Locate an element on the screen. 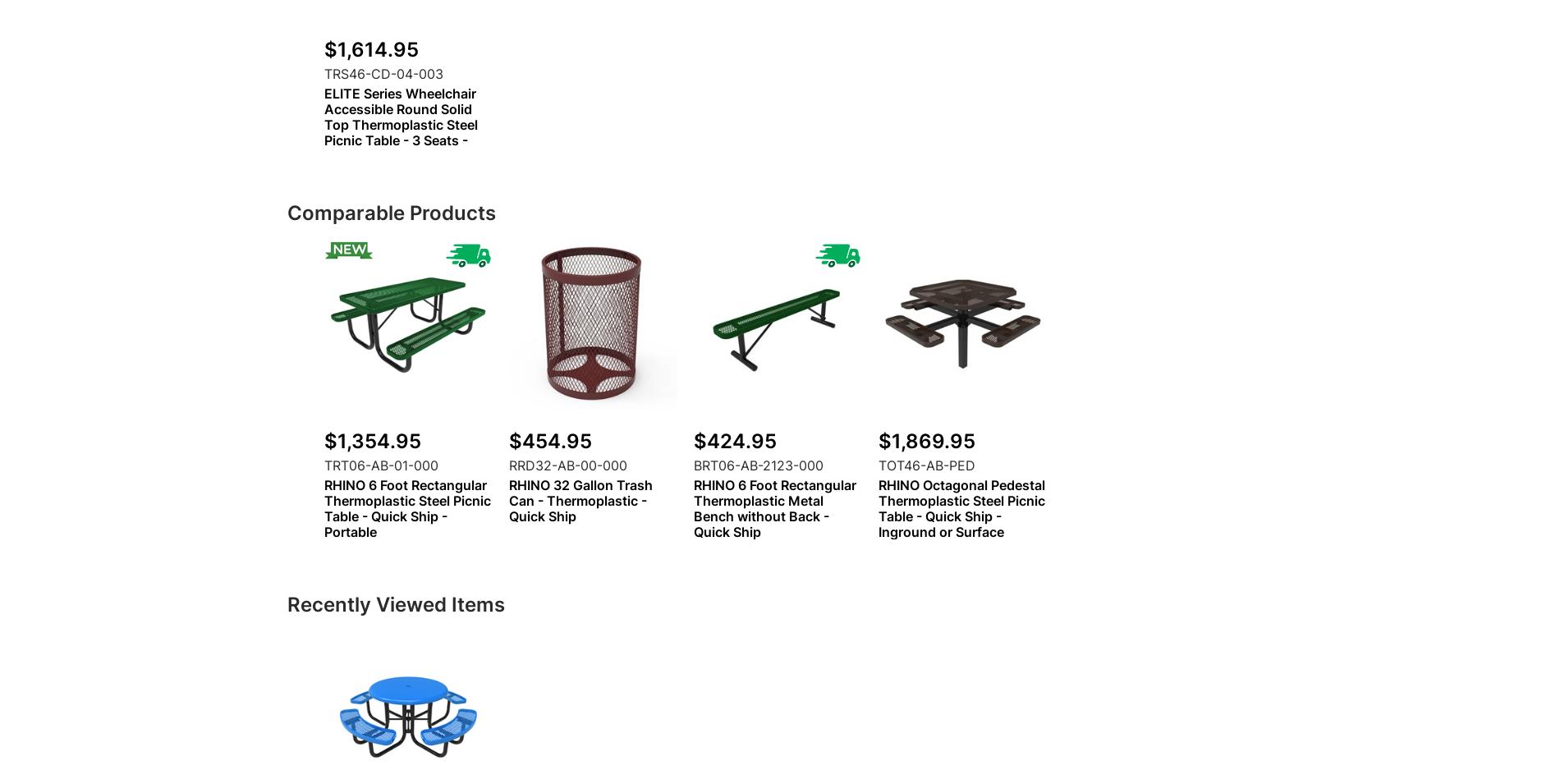 This screenshot has width=1560, height=784. 'ELITE Series Wheelchair Accessible Round Solid Top Thermoplastic Steel Picnic Table - 3 Seats - Quick Ship - Portable or Surface Mount' is located at coordinates (401, 132).